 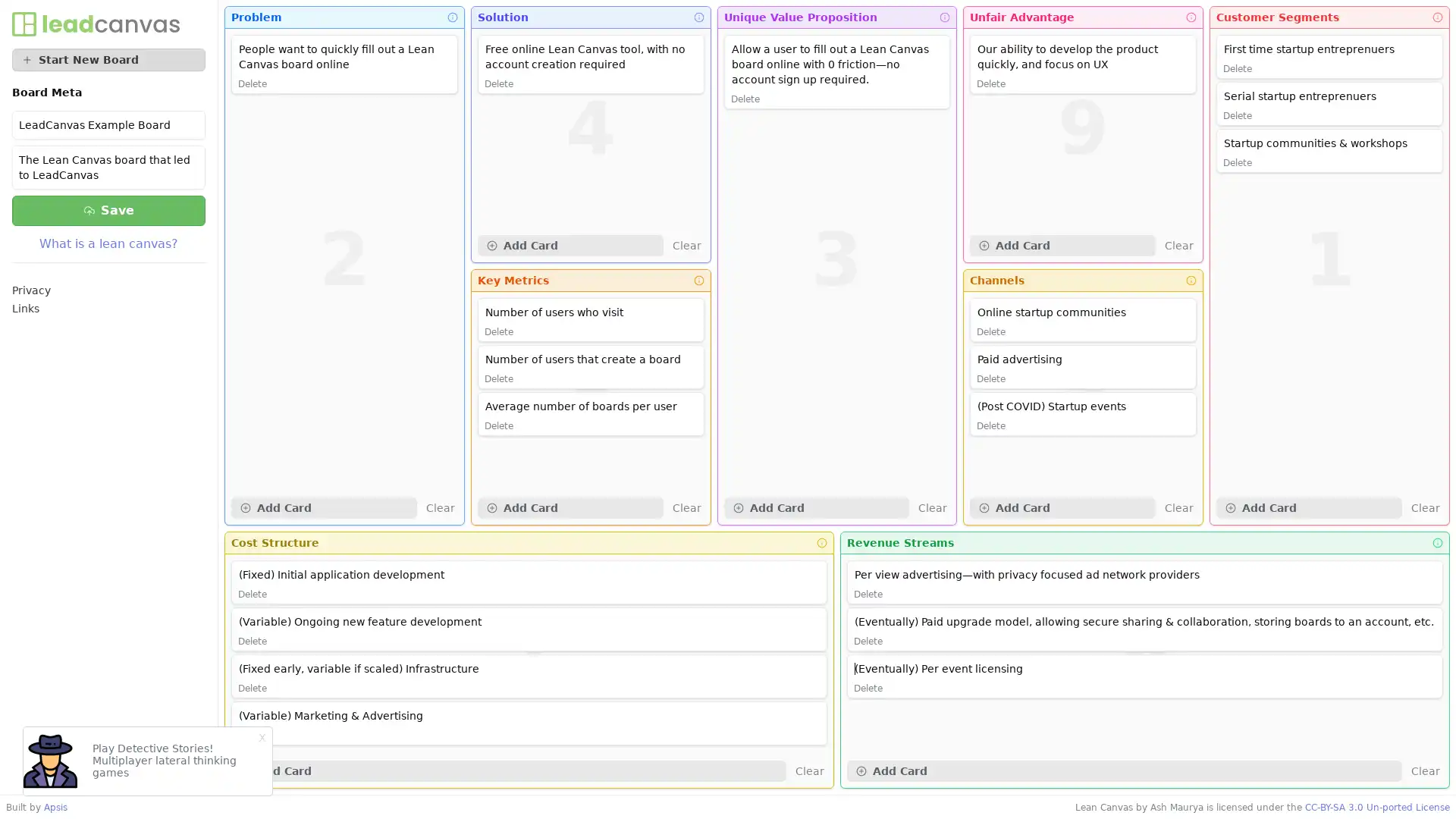 I want to click on Clear, so click(x=809, y=771).